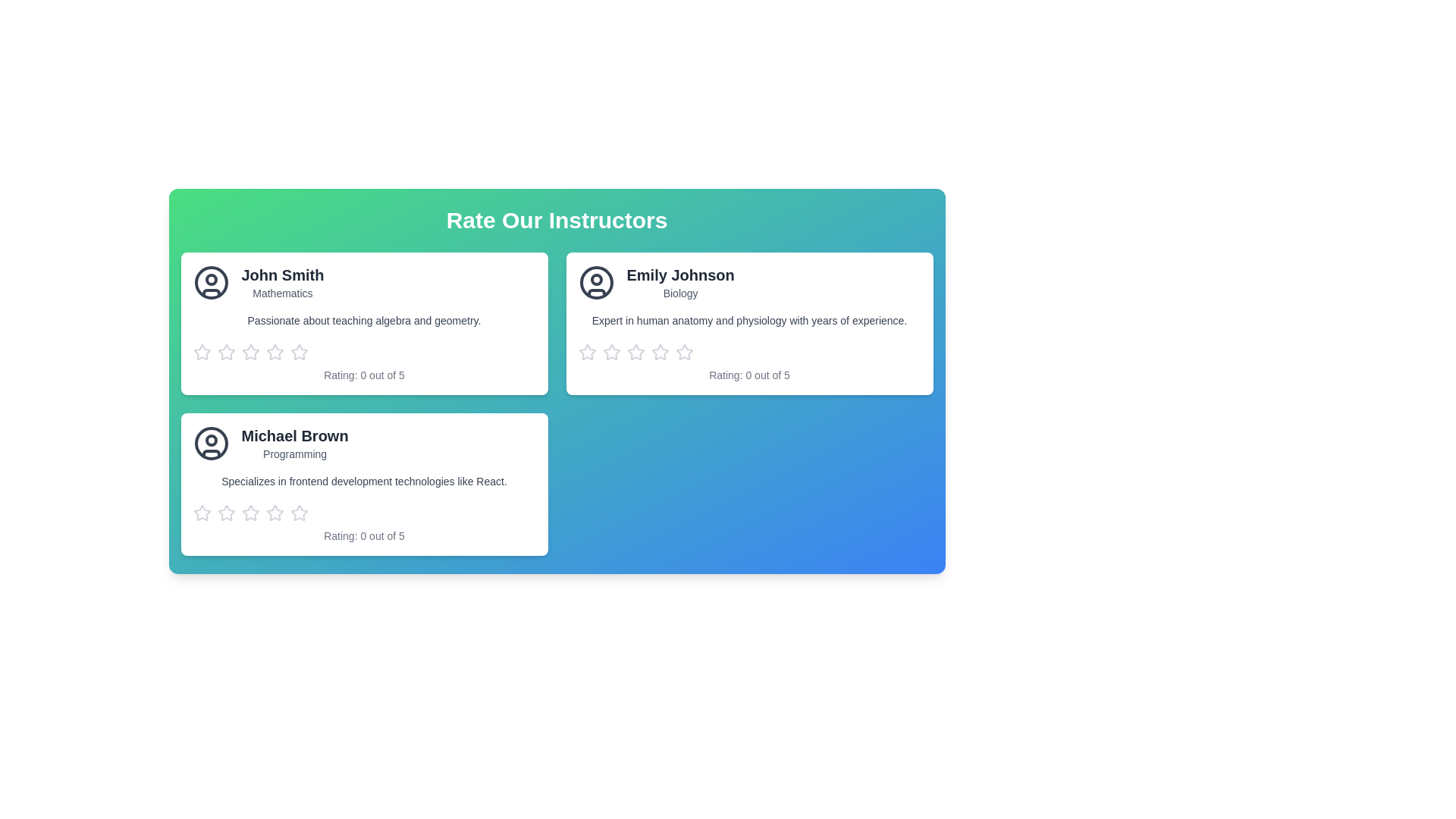  What do you see at coordinates (749, 323) in the screenshot?
I see `information displayed on the Profile card, which is the second card in a grid layout located on the top right of the grid` at bounding box center [749, 323].